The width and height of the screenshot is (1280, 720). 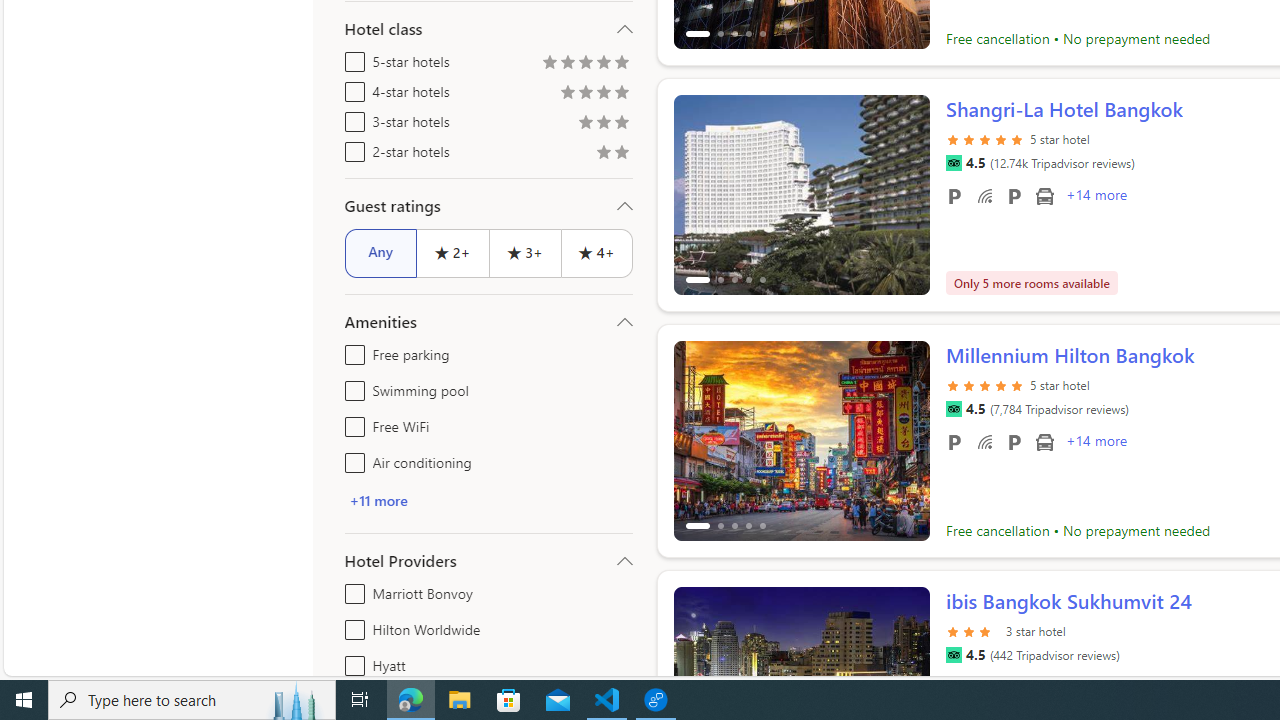 I want to click on '4-star hotels', so click(x=351, y=87).